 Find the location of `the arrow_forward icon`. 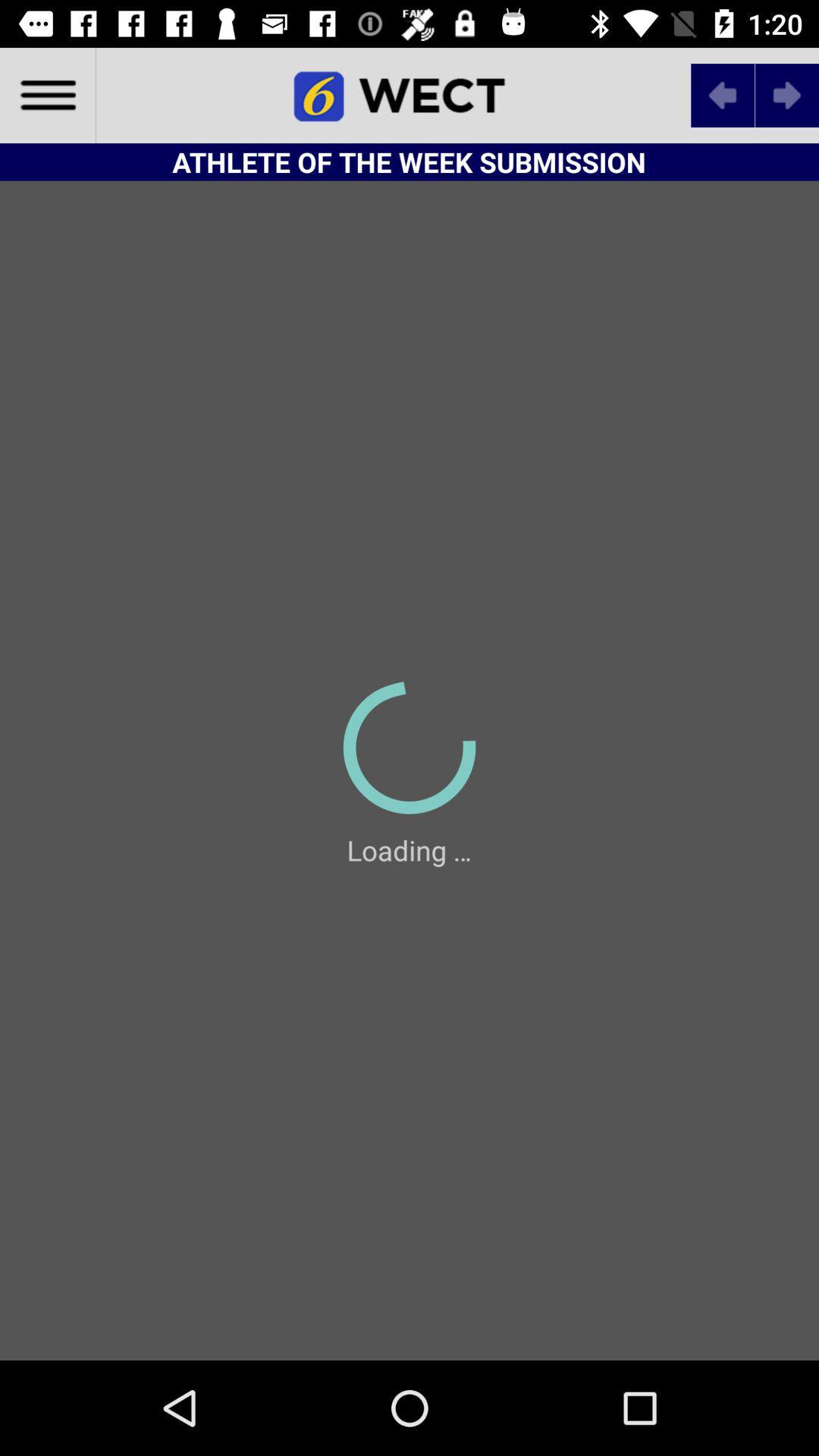

the arrow_forward icon is located at coordinates (786, 94).